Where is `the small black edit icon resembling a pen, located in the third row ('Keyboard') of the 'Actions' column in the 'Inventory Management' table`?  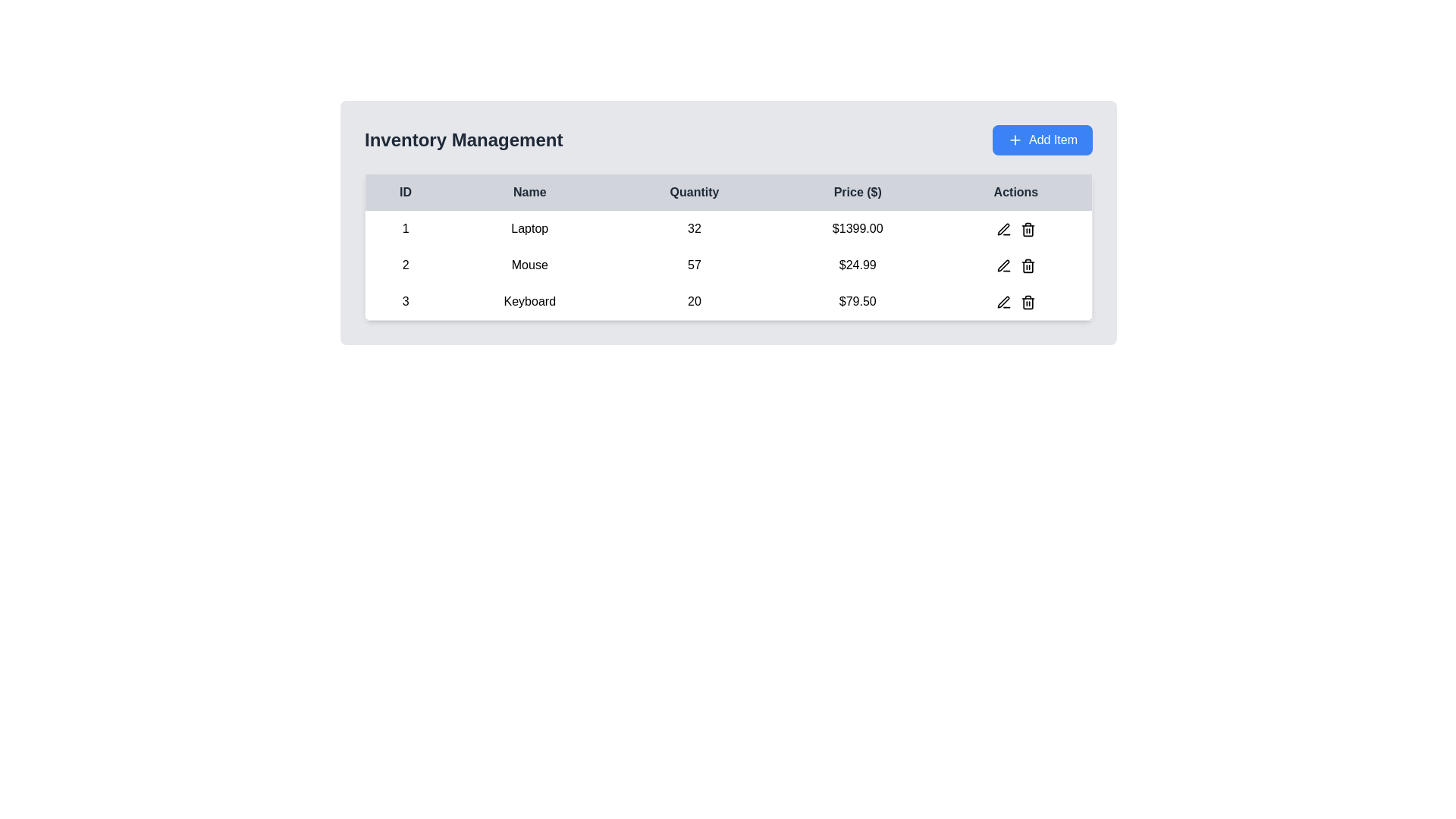 the small black edit icon resembling a pen, located in the third row ('Keyboard') of the 'Actions' column in the 'Inventory Management' table is located at coordinates (1003, 302).